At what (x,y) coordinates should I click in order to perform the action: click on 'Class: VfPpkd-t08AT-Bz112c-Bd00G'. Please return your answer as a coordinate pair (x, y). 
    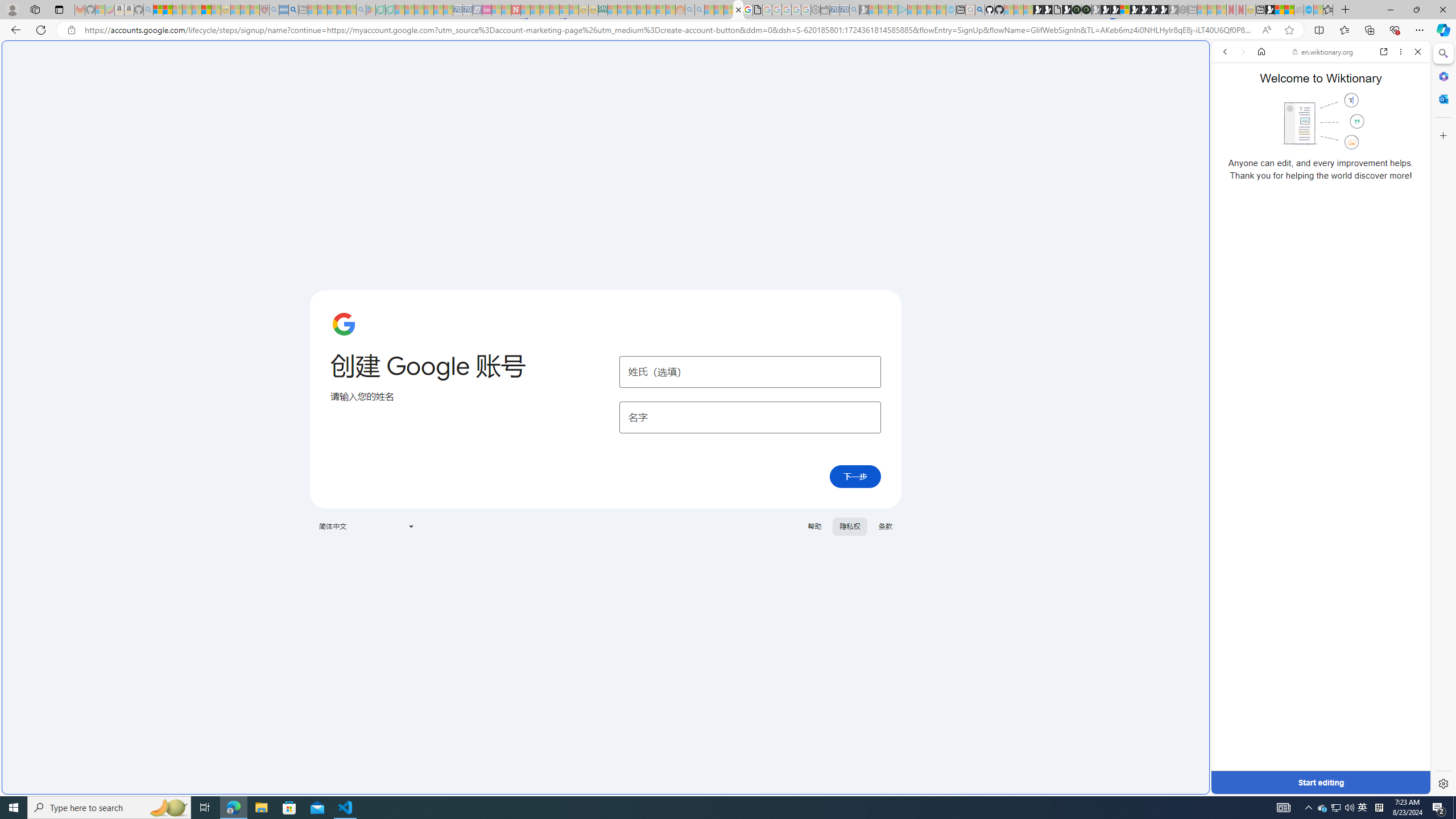
    Looking at the image, I should click on (410, 526).